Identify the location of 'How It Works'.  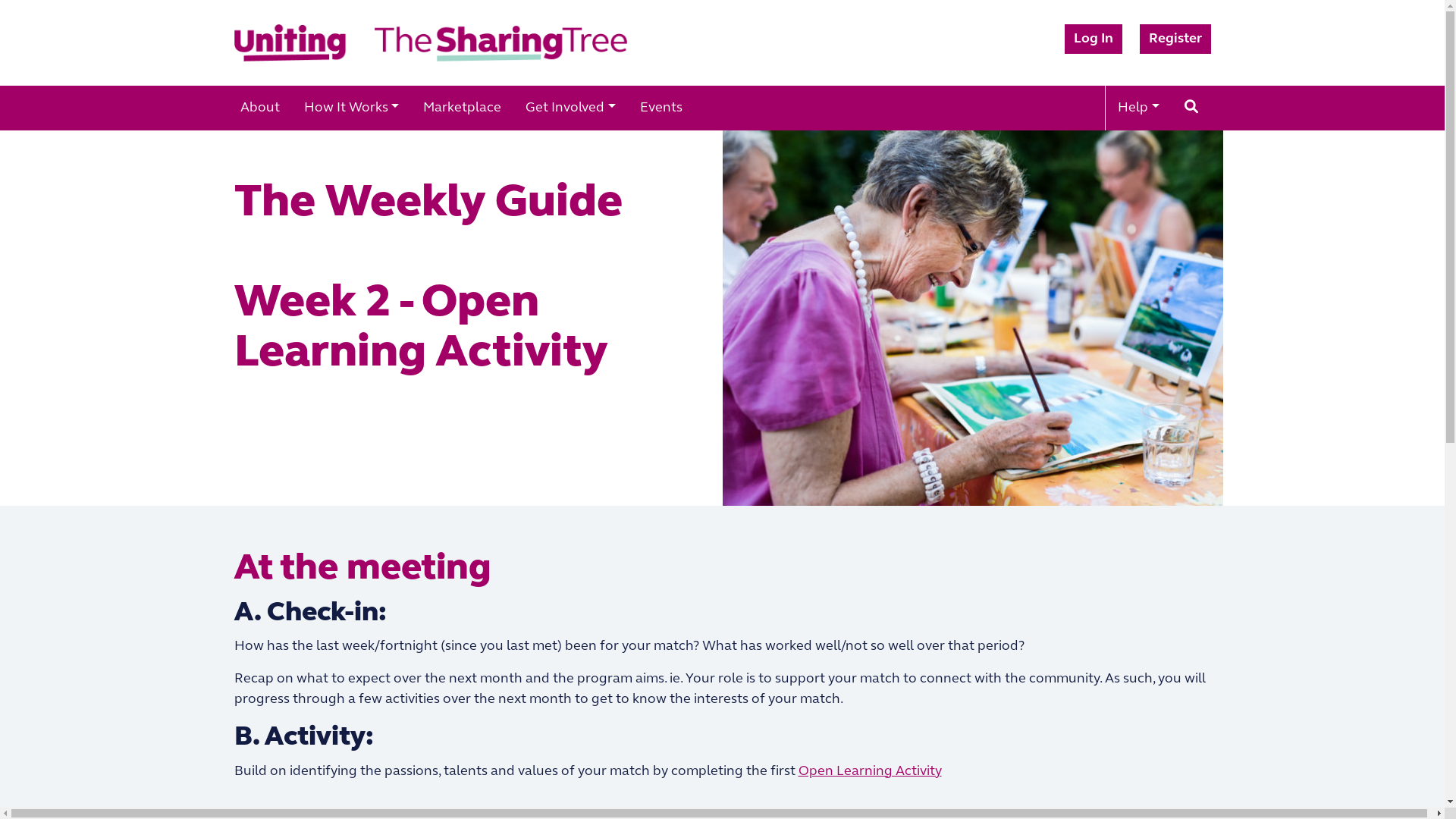
(350, 107).